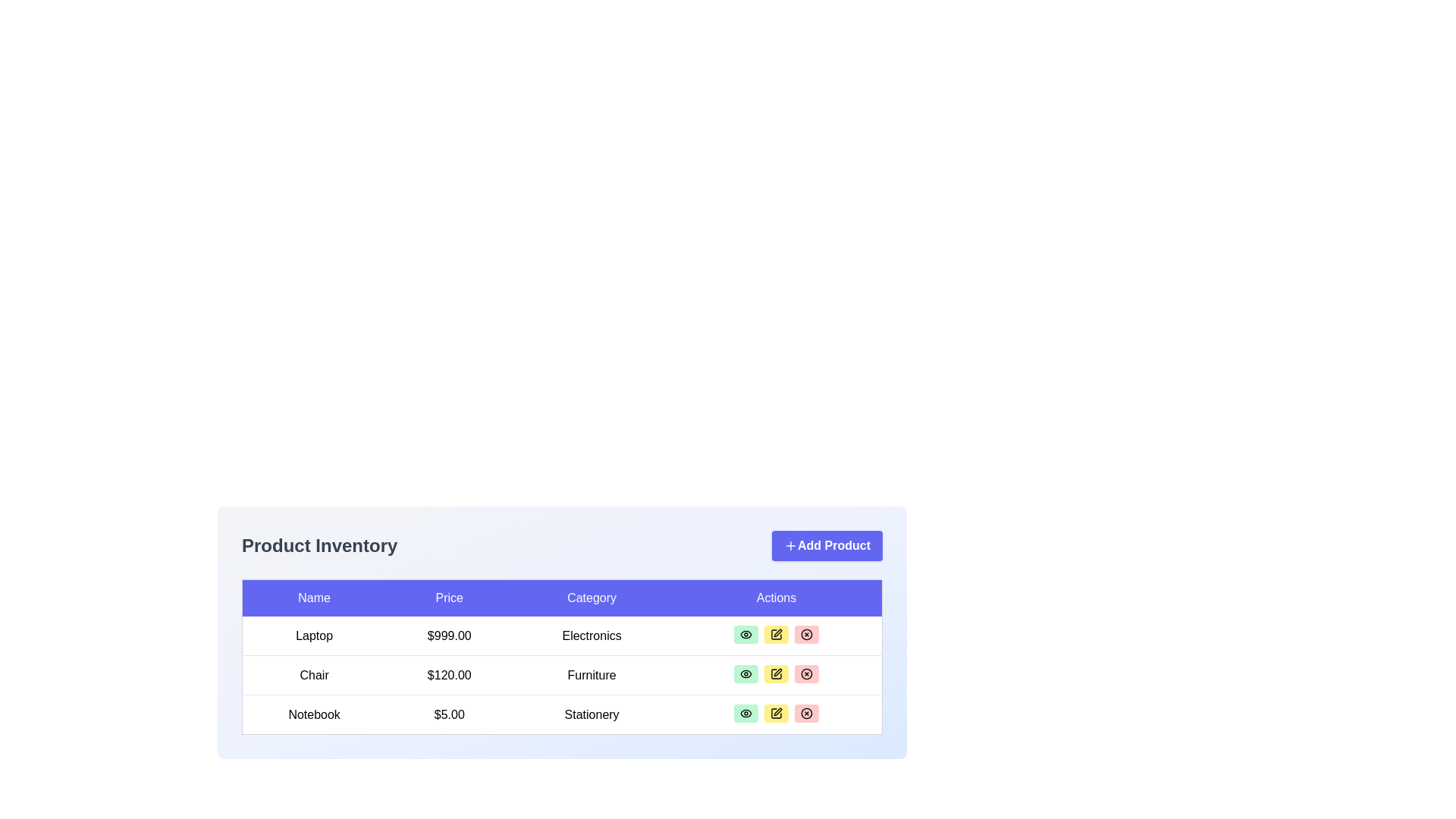 This screenshot has width=1456, height=819. I want to click on the small yellow pen icon located in the last row of the 'Actions' column under 'Notebook $5.00 Stationery' to initiate an edit action, so click(776, 714).